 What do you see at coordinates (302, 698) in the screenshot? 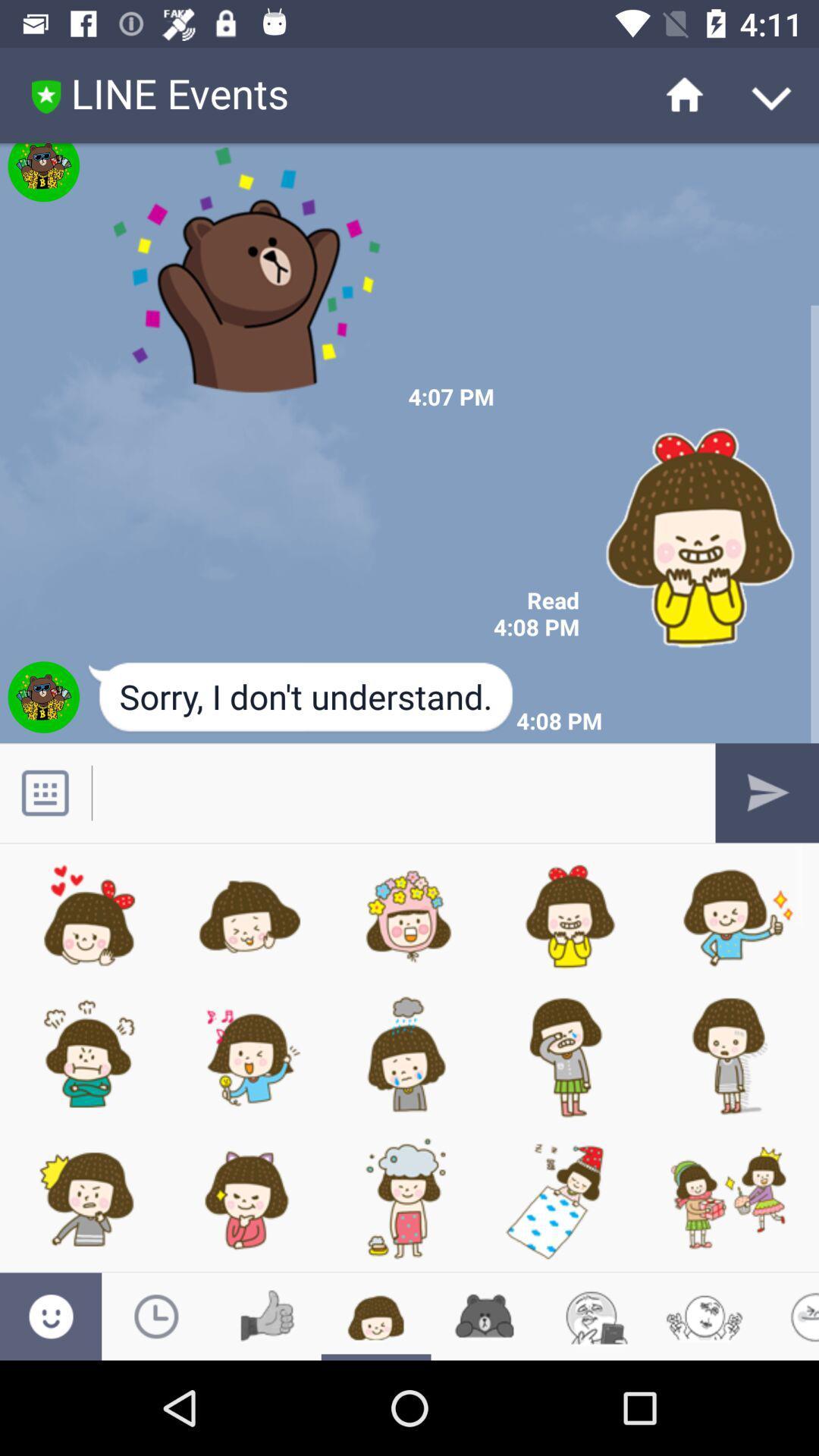
I see `the icon below 4:08 pm icon` at bounding box center [302, 698].